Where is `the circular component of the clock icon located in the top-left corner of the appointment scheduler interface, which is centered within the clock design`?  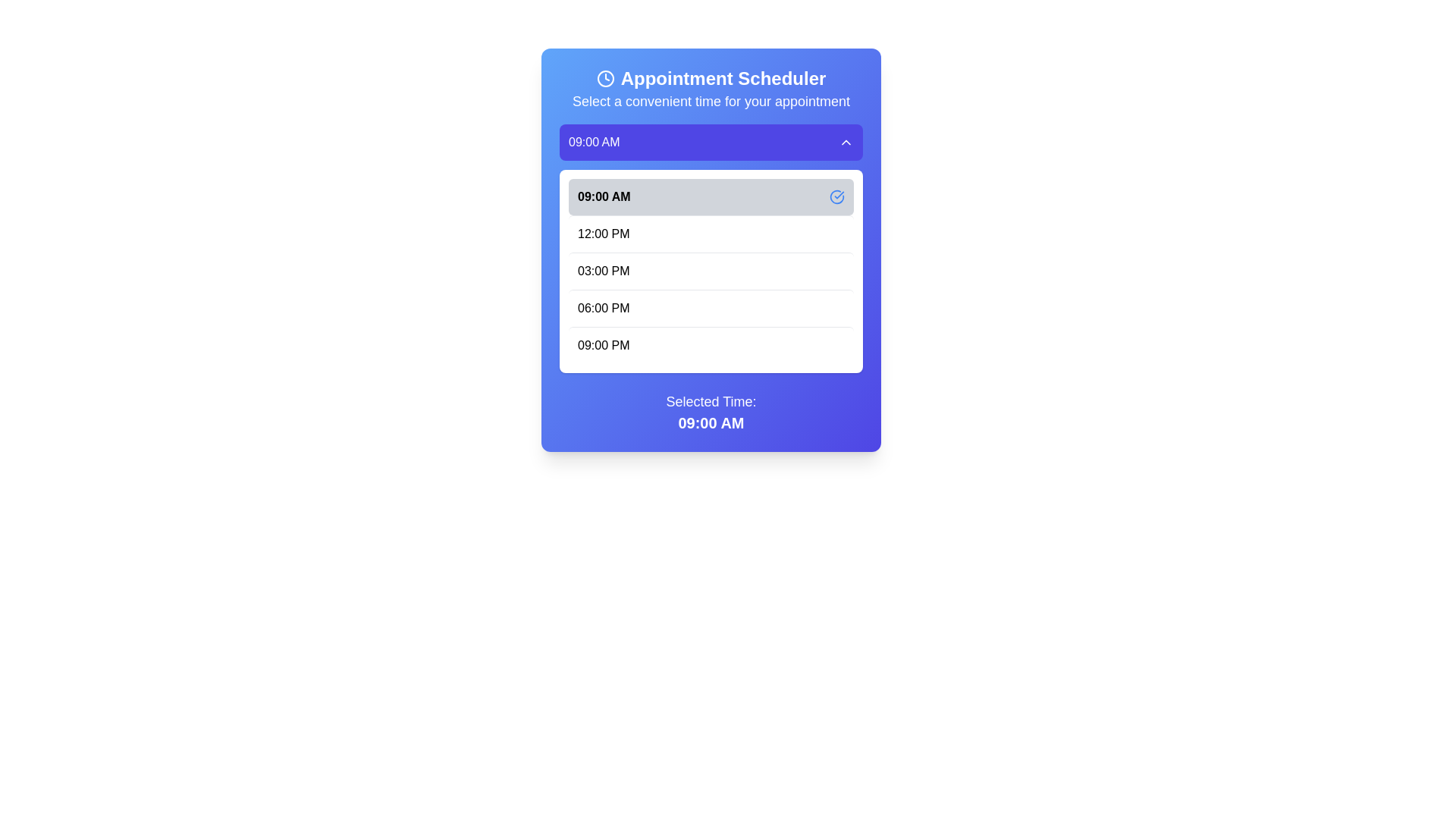 the circular component of the clock icon located in the top-left corner of the appointment scheduler interface, which is centered within the clock design is located at coordinates (604, 79).